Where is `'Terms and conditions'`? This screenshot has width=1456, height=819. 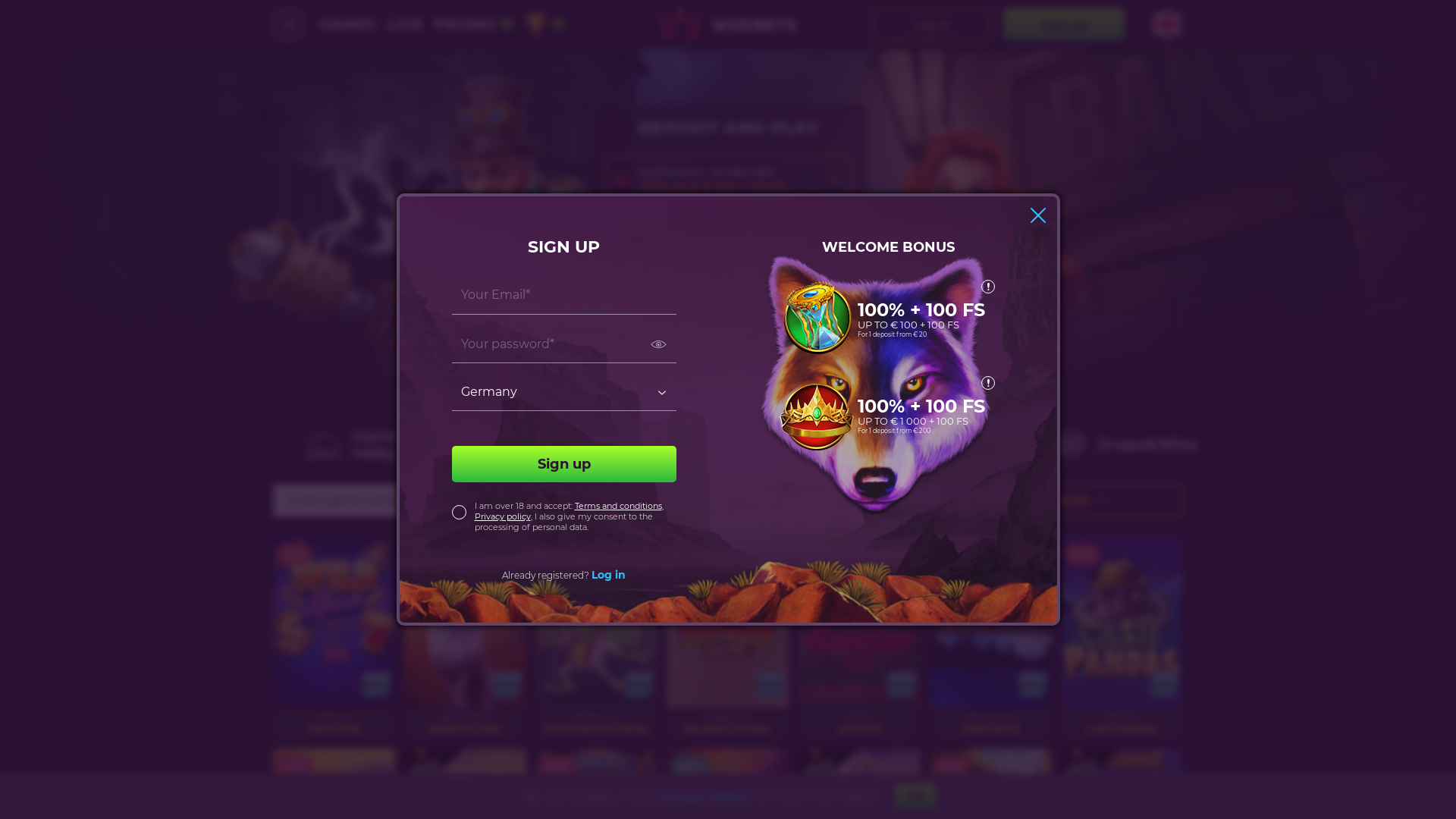 'Terms and conditions' is located at coordinates (618, 506).